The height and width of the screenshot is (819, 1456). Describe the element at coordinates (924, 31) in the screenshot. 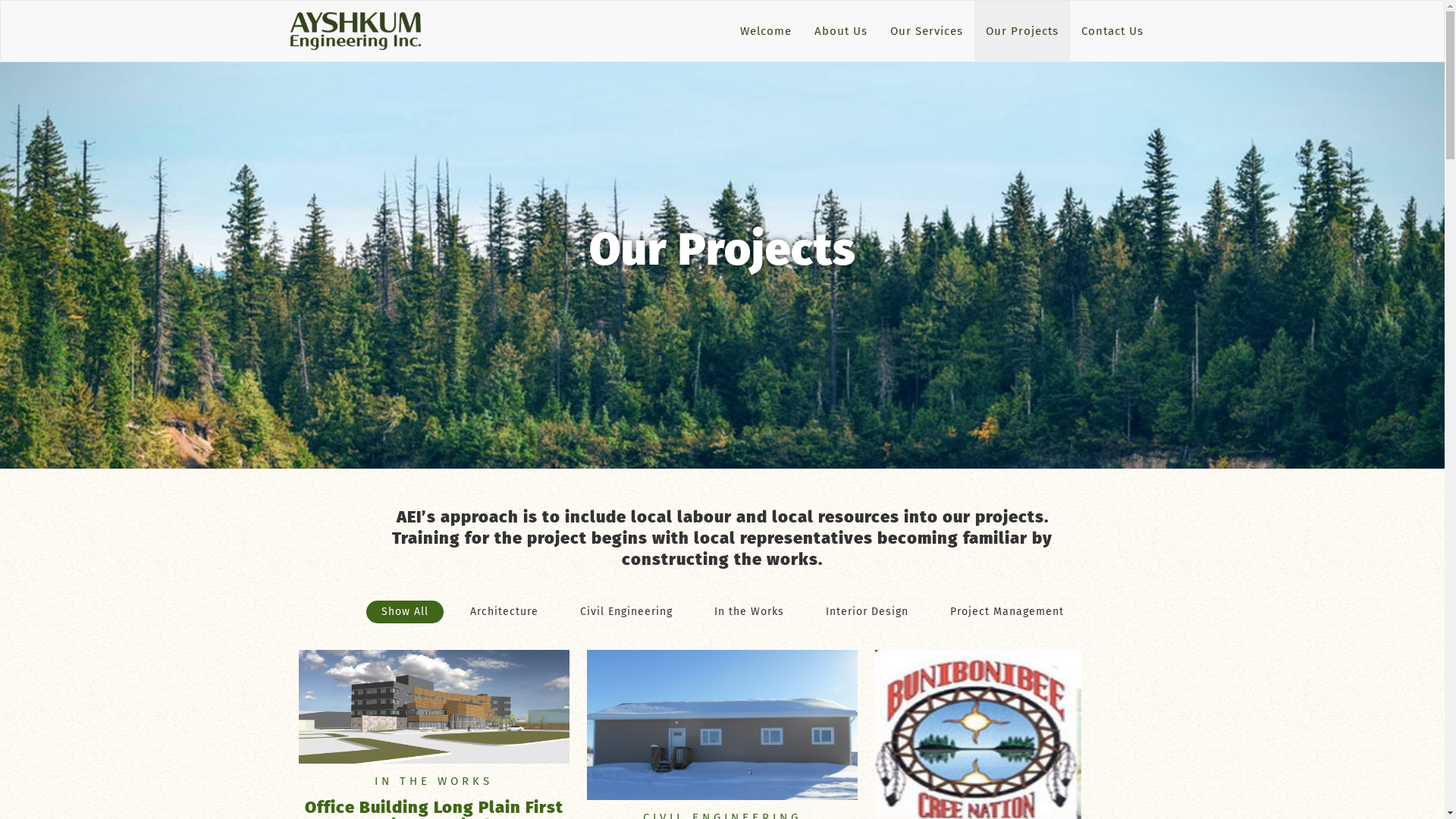

I see `'Our Services'` at that location.